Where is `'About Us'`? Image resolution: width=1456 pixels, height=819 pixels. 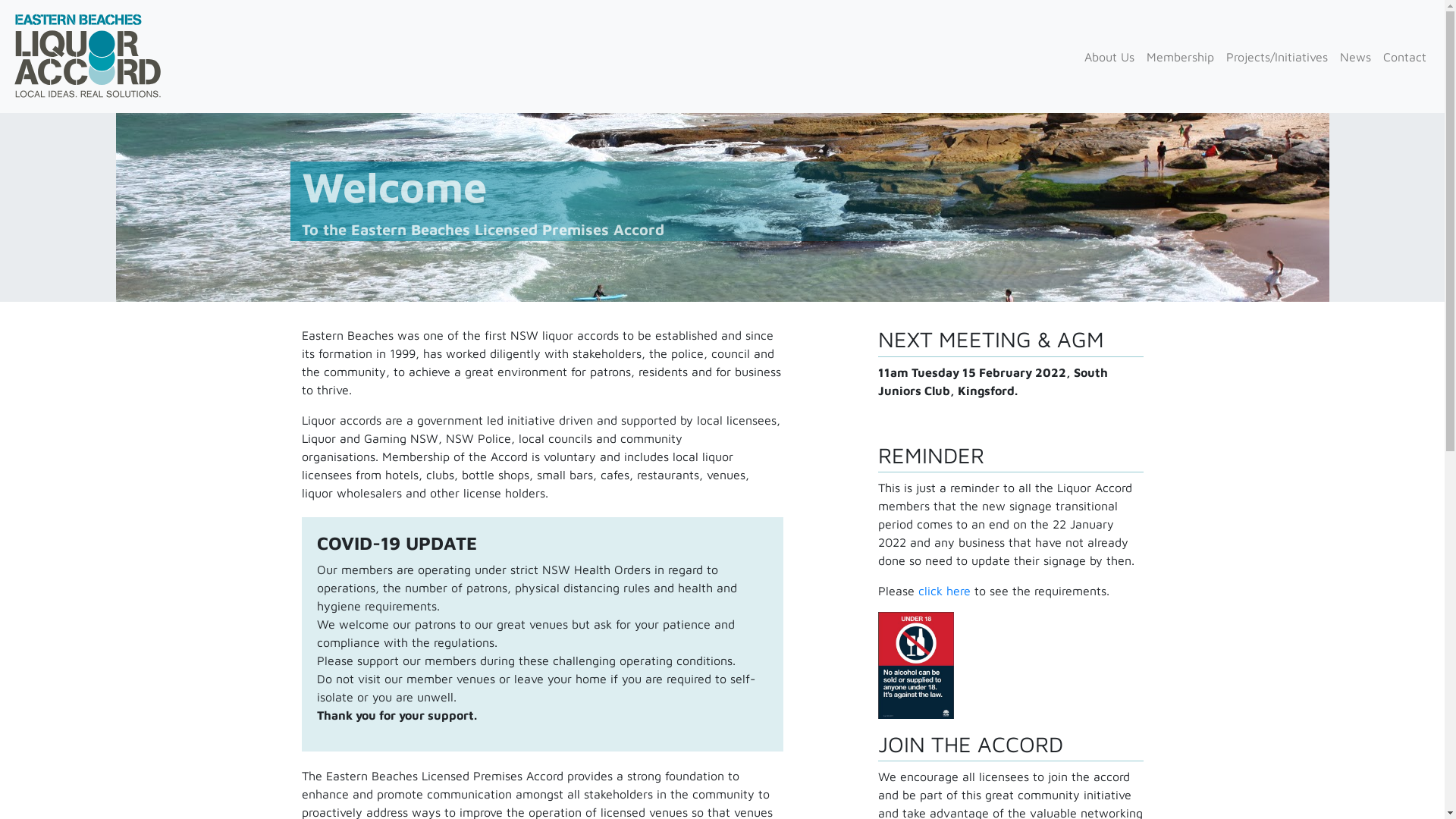
'About Us' is located at coordinates (1109, 55).